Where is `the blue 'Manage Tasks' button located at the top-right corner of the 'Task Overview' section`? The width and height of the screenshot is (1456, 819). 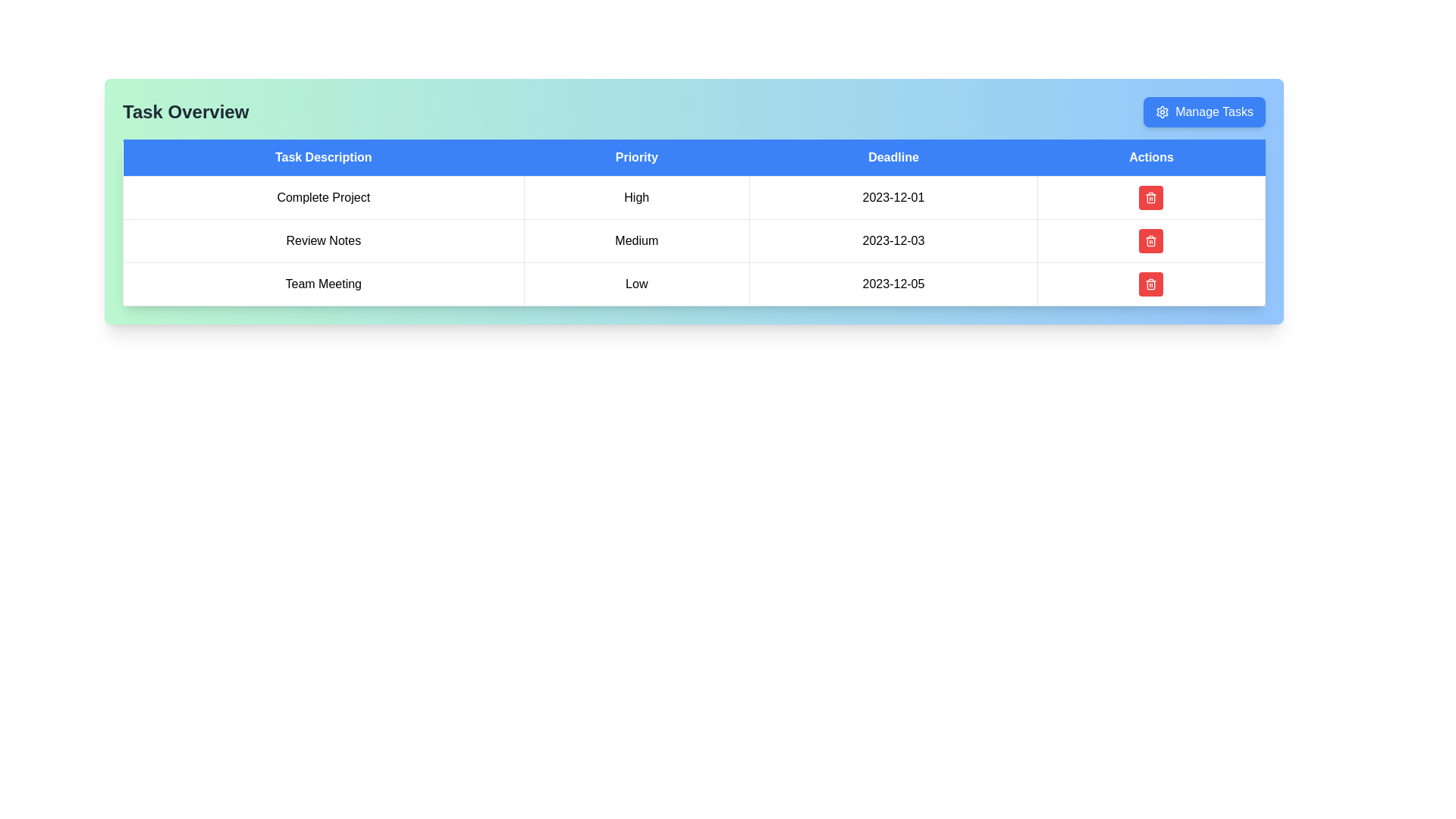 the blue 'Manage Tasks' button located at the top-right corner of the 'Task Overview' section is located at coordinates (1203, 111).